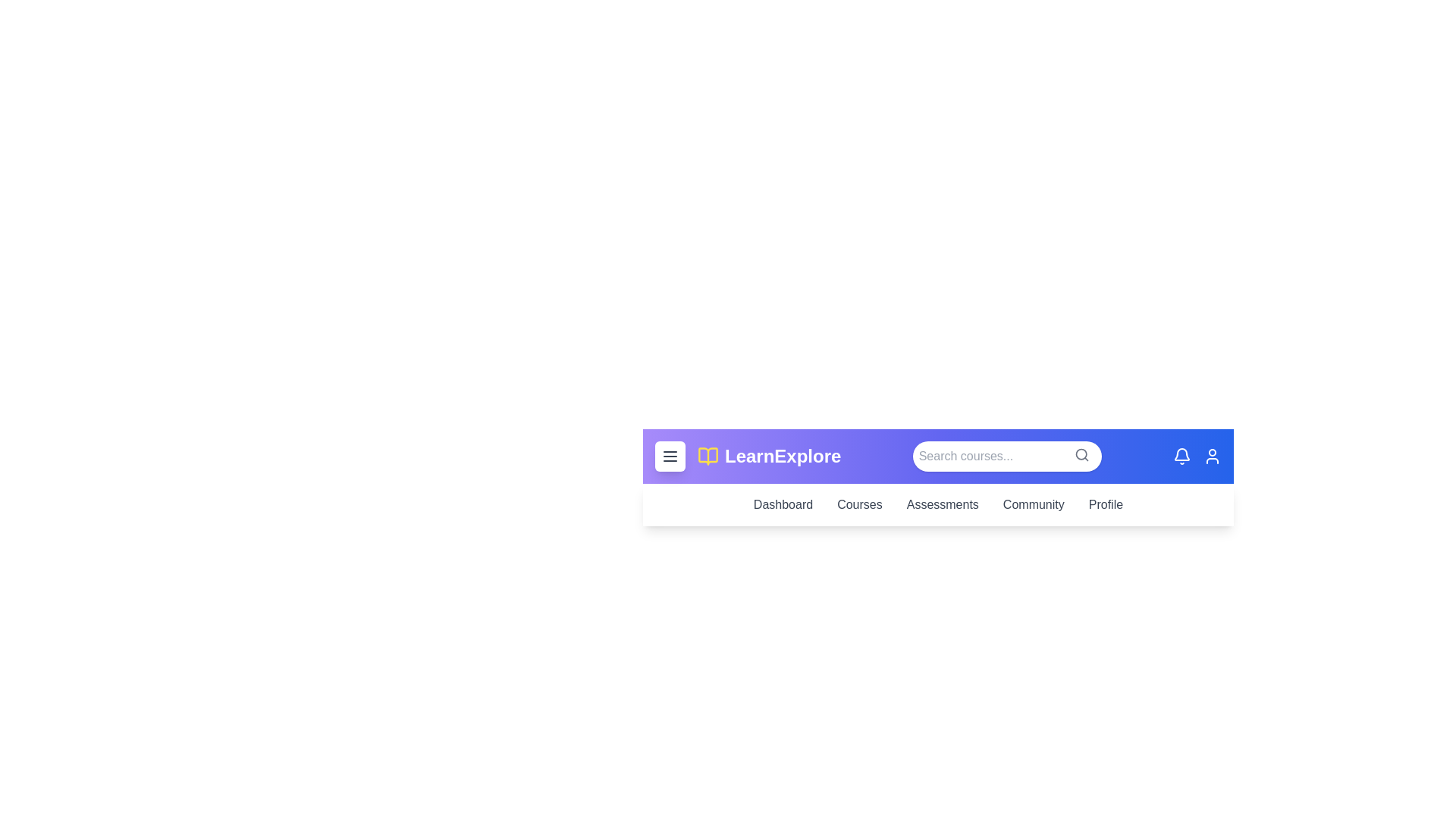  I want to click on the Dashboard link in the navigation bar to navigate to the corresponding section, so click(783, 505).